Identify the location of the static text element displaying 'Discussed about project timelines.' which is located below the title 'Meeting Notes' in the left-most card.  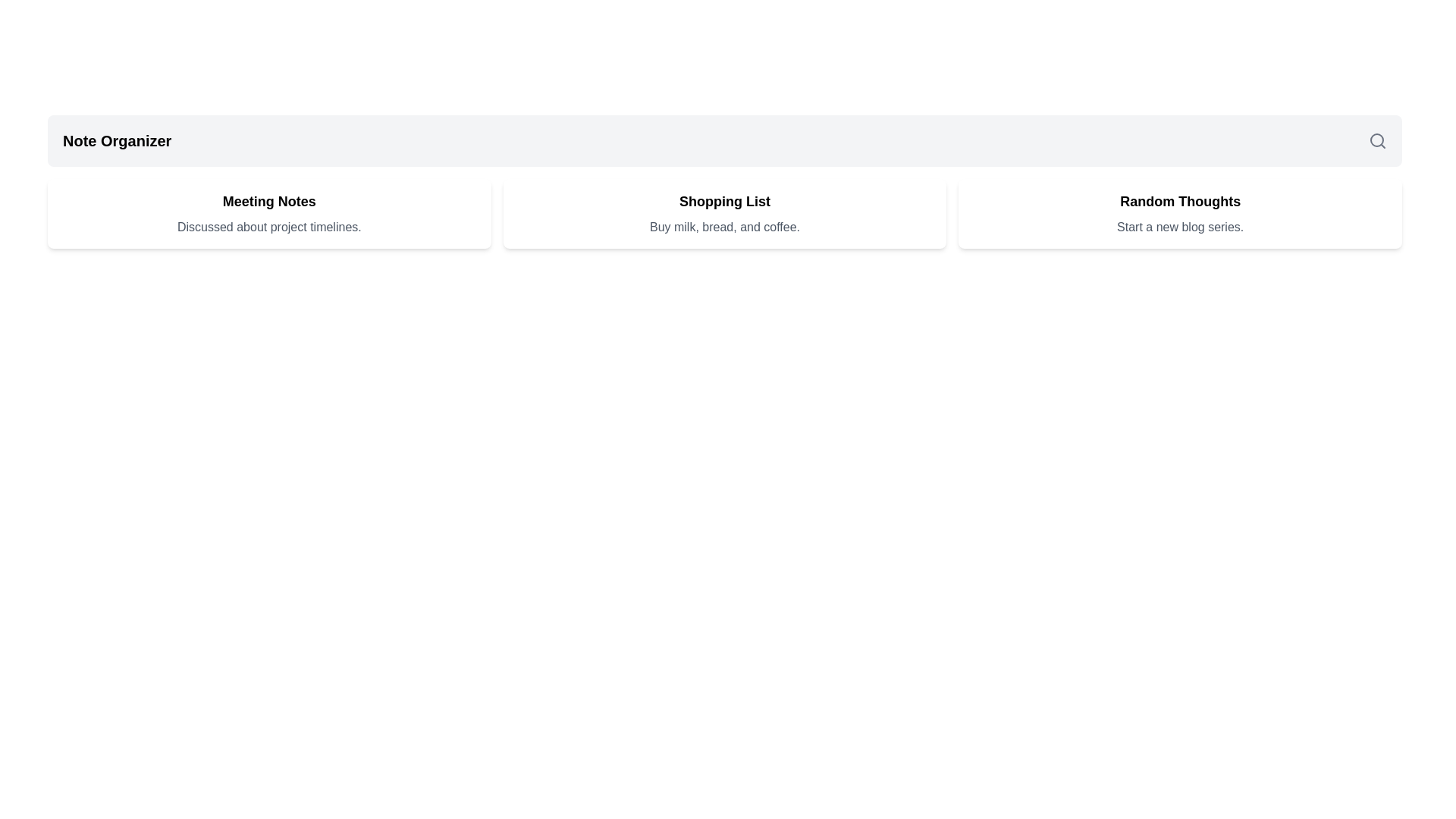
(269, 227).